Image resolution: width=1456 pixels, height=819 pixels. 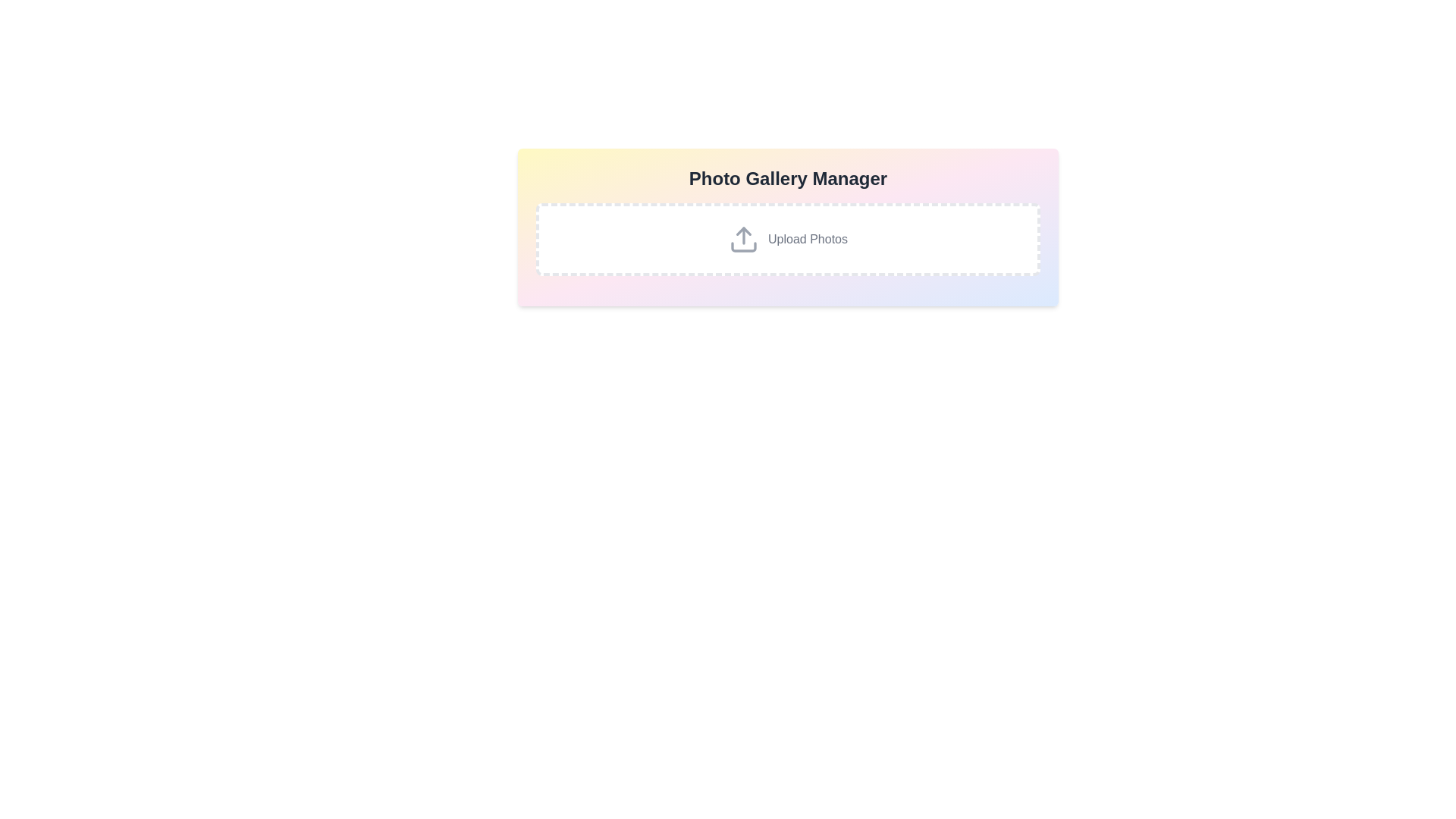 What do you see at coordinates (788, 239) in the screenshot?
I see `and drop files onto the 'Button or File Selector' for uploading photos, located in the 'Photo Gallery Manager' section` at bounding box center [788, 239].